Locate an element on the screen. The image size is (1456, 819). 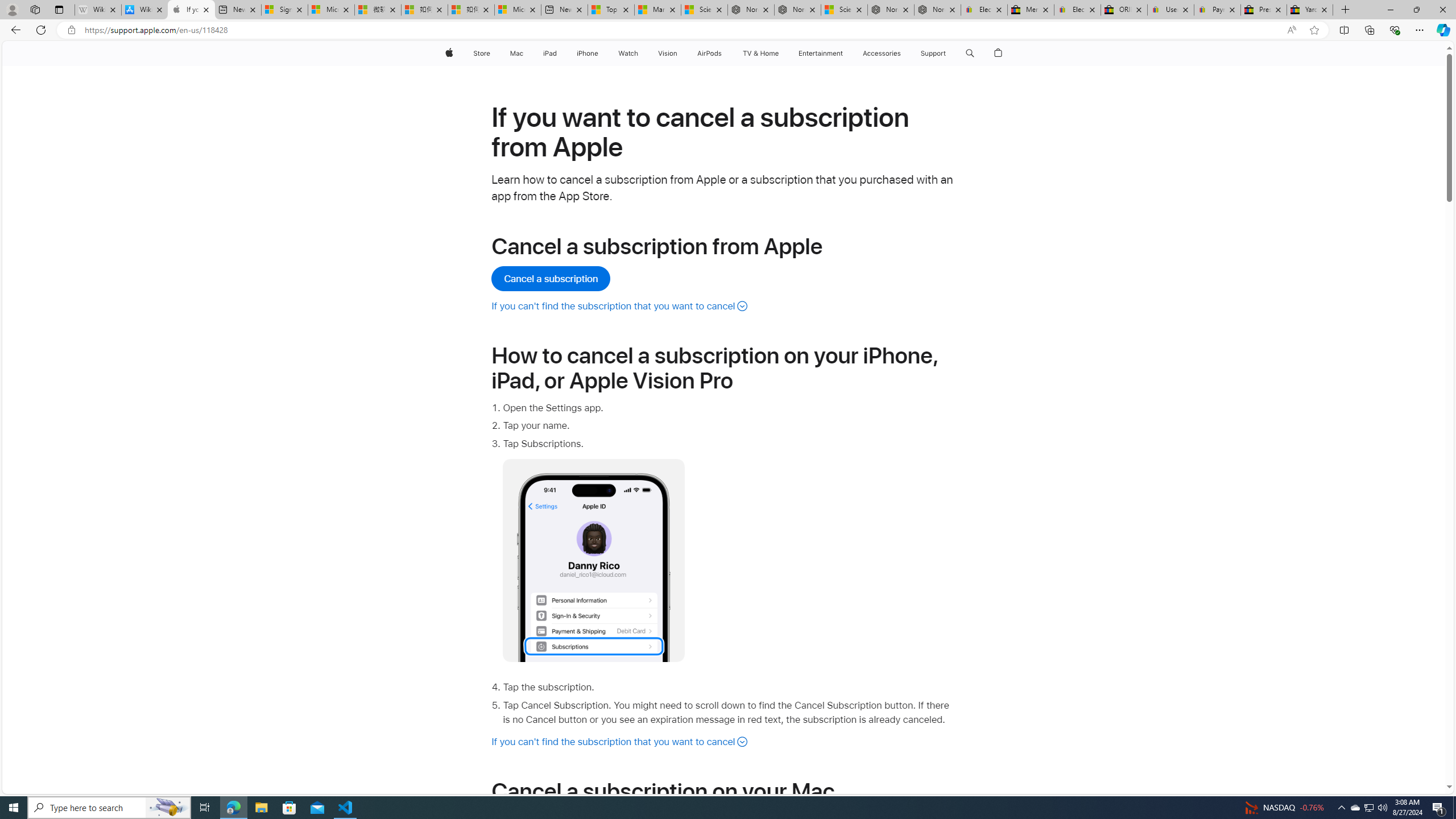
'Mac' is located at coordinates (515, 53).